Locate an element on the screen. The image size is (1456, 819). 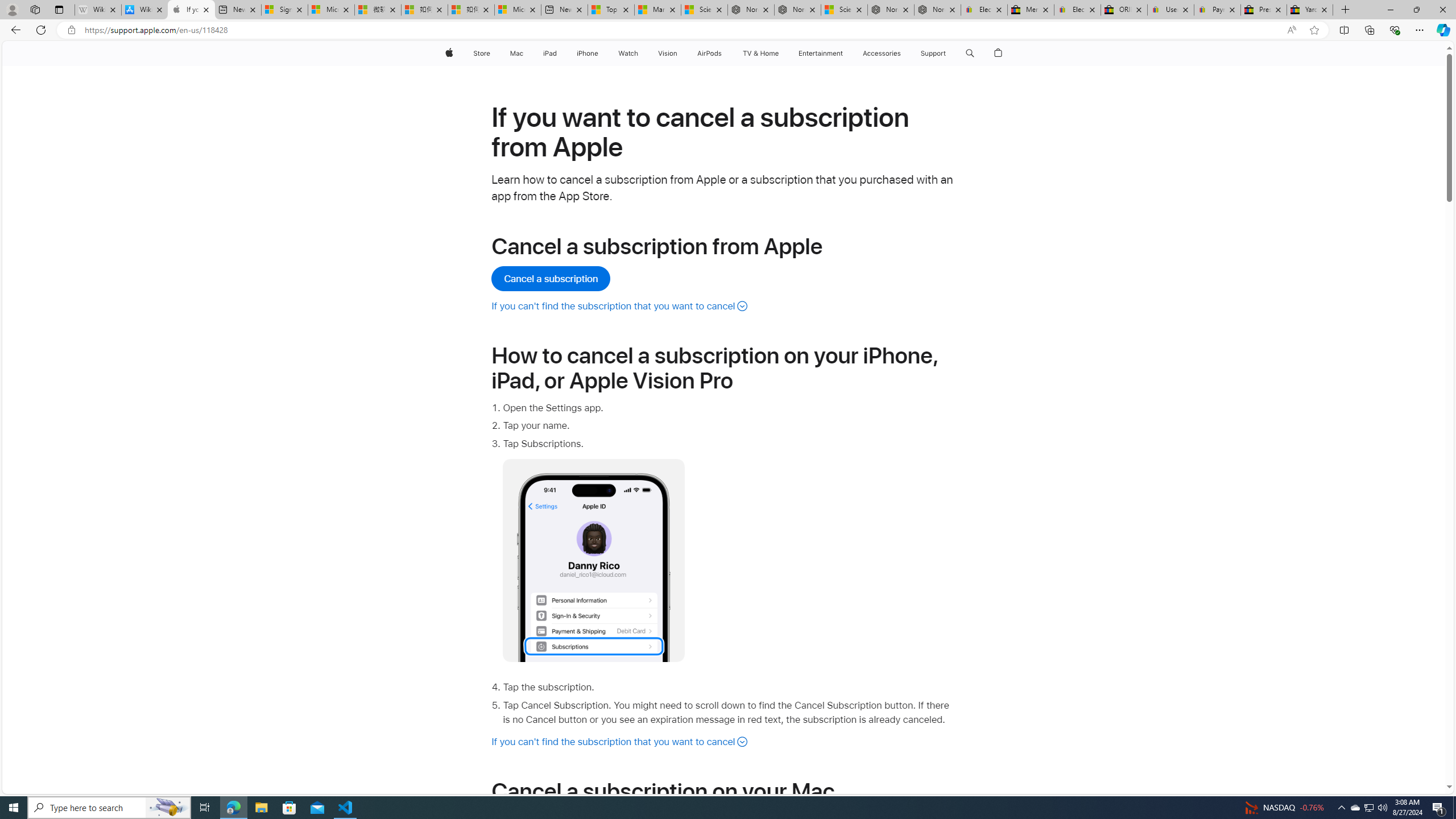
'Mac' is located at coordinates (515, 53).